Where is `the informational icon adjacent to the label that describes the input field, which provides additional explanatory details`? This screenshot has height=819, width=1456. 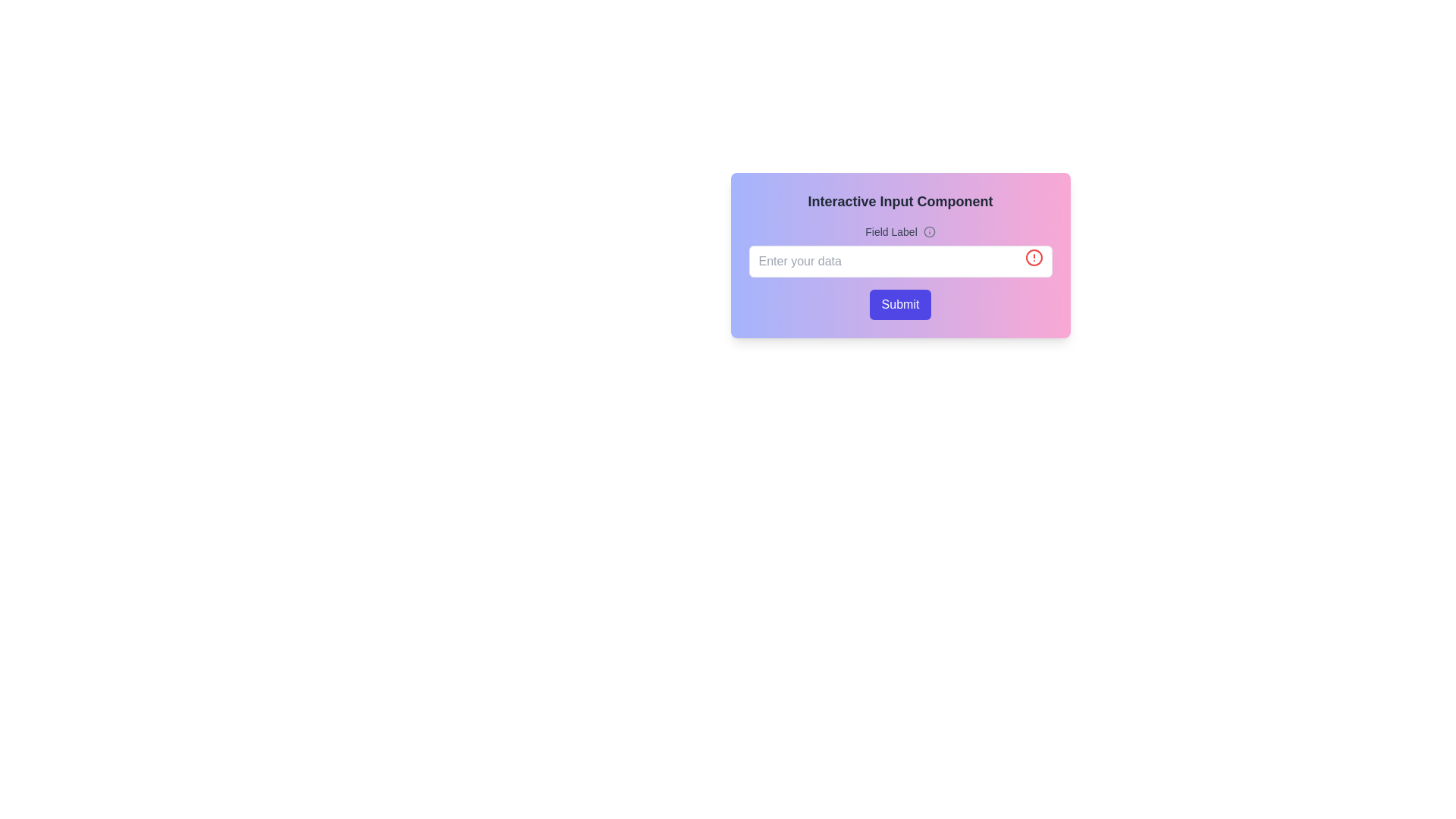 the informational icon adjacent to the label that describes the input field, which provides additional explanatory details is located at coordinates (900, 231).